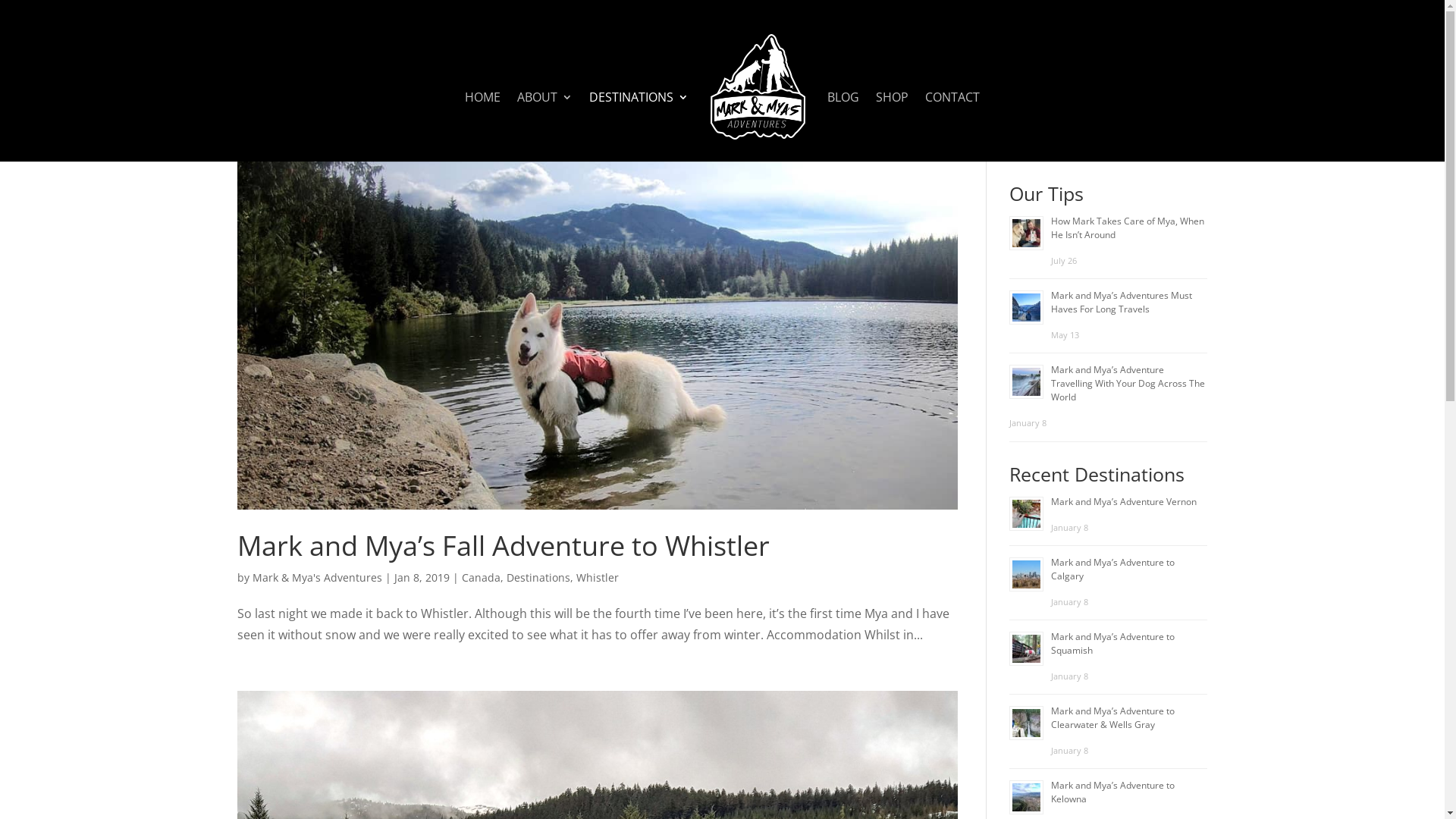 Image resolution: width=1456 pixels, height=819 pixels. I want to click on 'Canada', so click(479, 577).